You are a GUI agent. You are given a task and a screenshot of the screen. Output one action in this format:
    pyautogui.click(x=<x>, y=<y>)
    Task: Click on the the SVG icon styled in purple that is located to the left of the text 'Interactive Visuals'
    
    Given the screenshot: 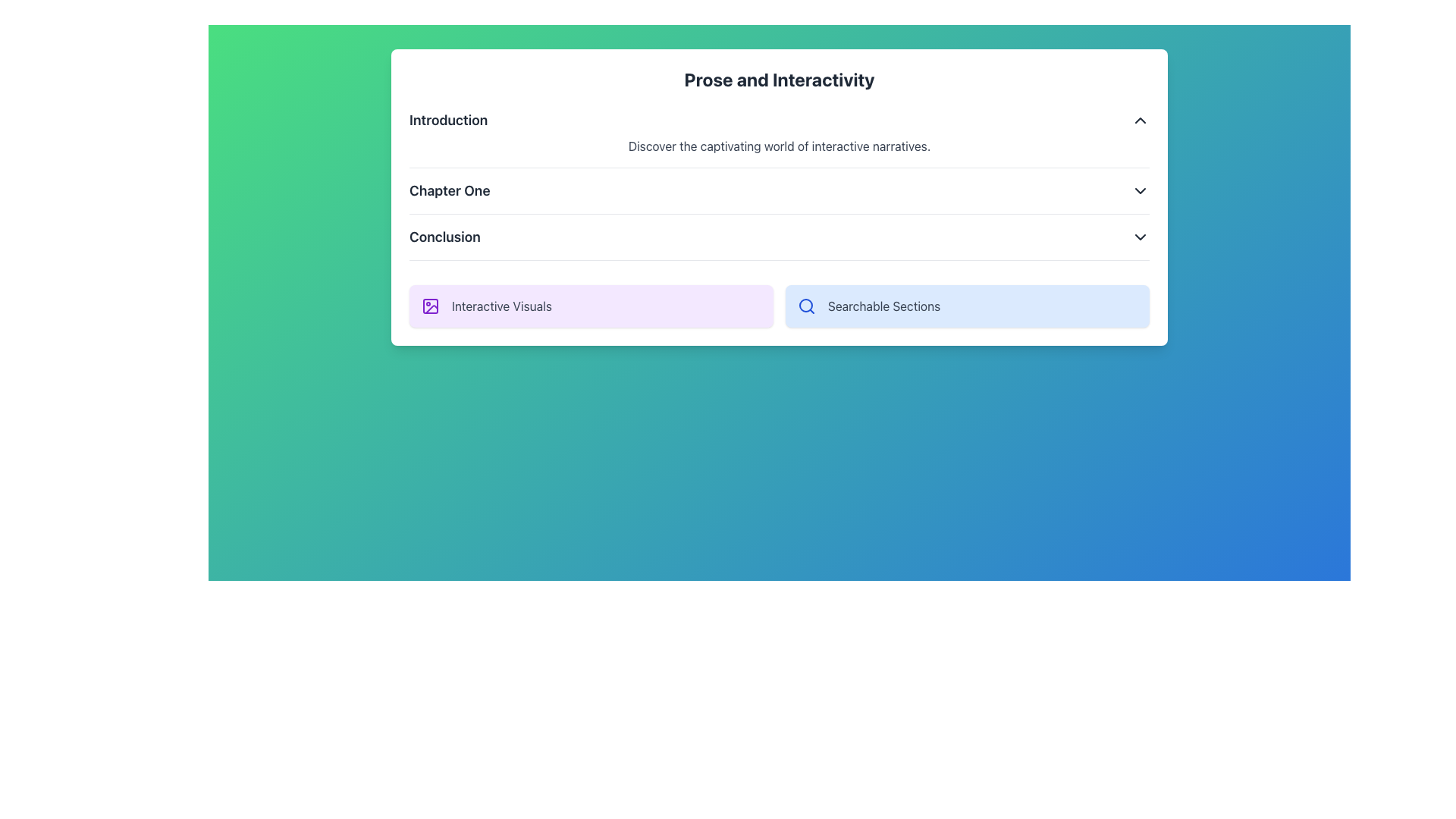 What is the action you would take?
    pyautogui.click(x=429, y=306)
    